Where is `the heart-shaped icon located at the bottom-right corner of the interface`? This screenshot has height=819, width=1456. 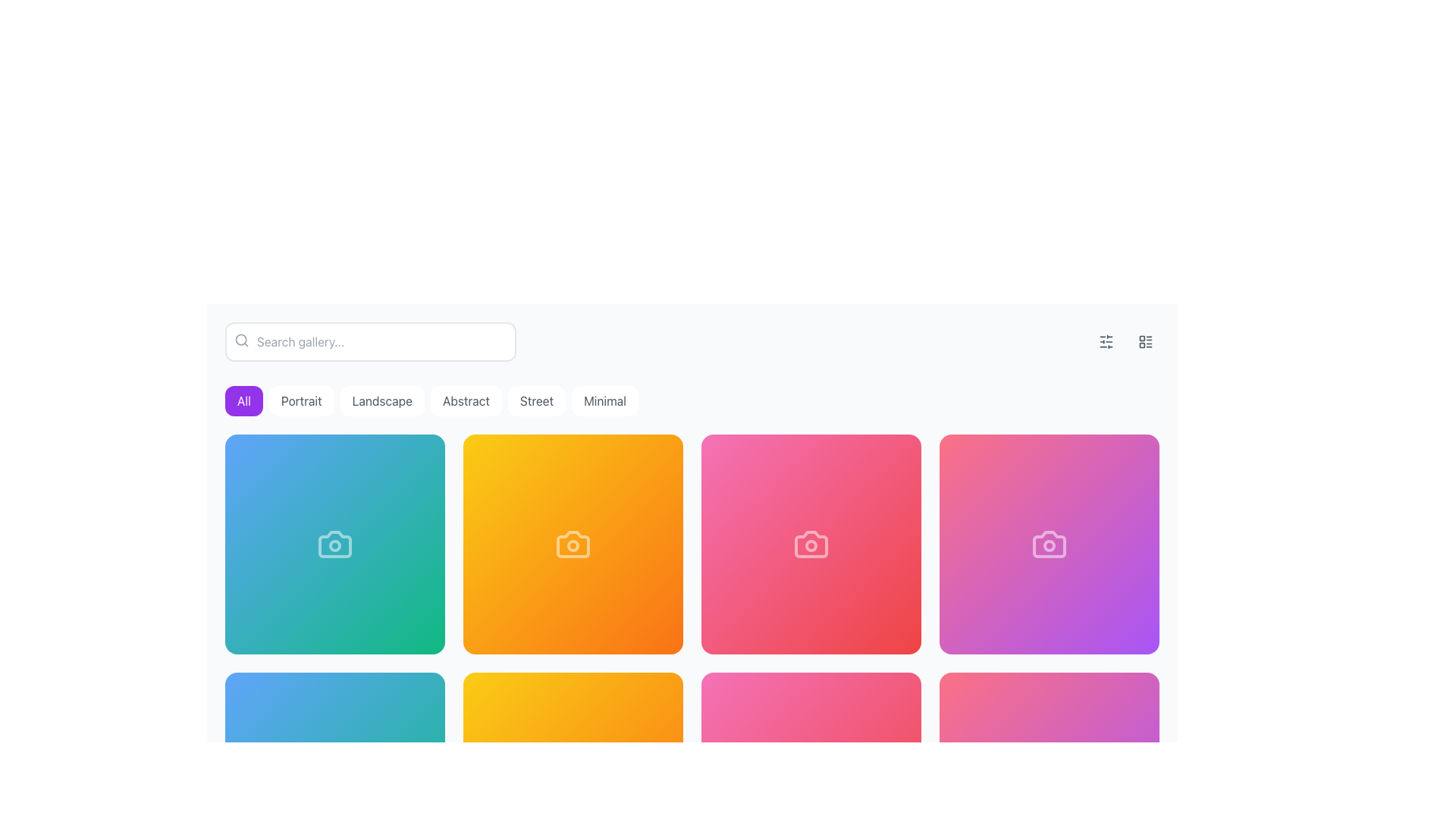
the heart-shaped icon located at the bottom-right corner of the interface is located at coordinates (1009, 783).